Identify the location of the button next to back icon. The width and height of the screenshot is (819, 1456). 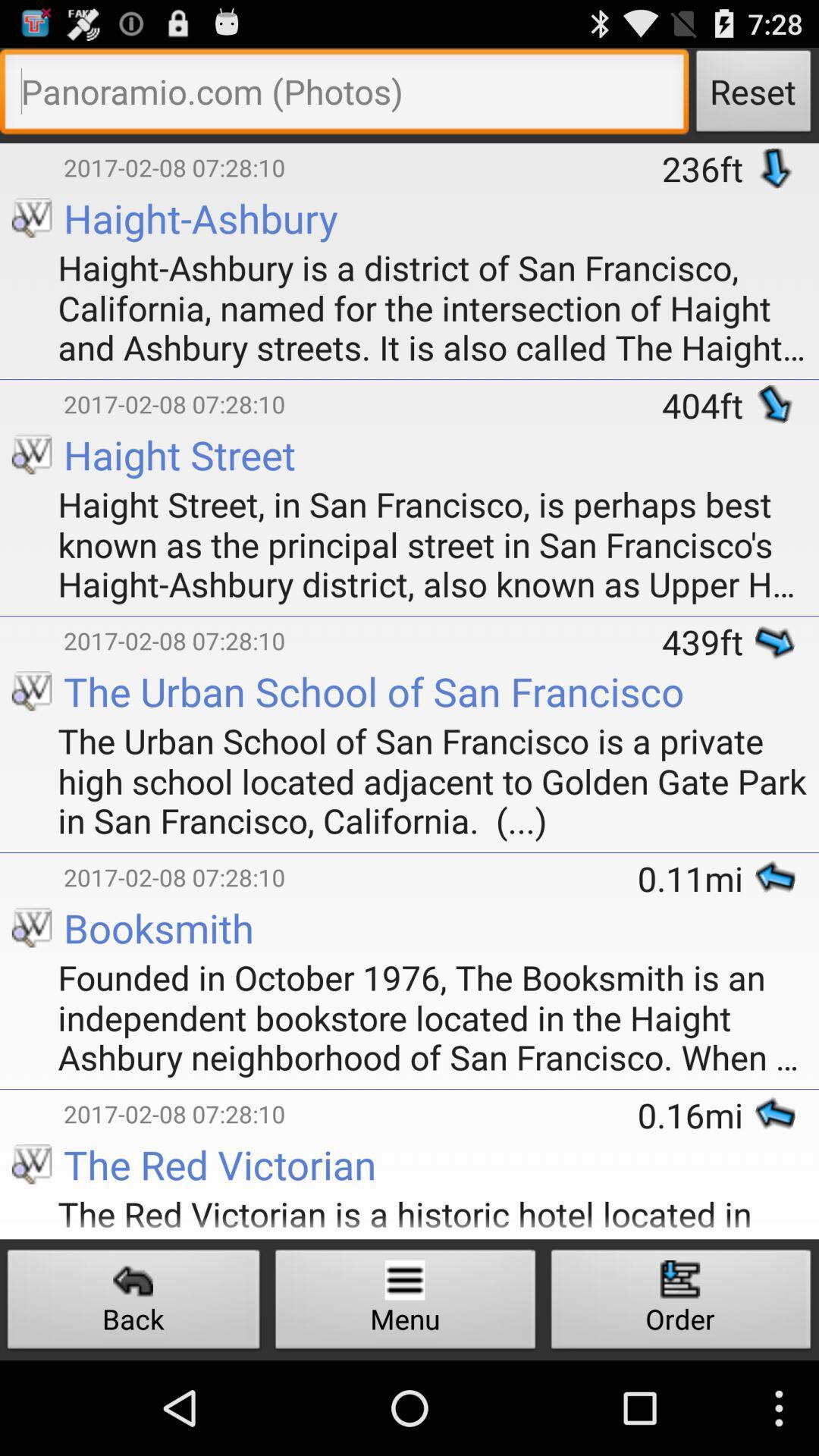
(405, 1303).